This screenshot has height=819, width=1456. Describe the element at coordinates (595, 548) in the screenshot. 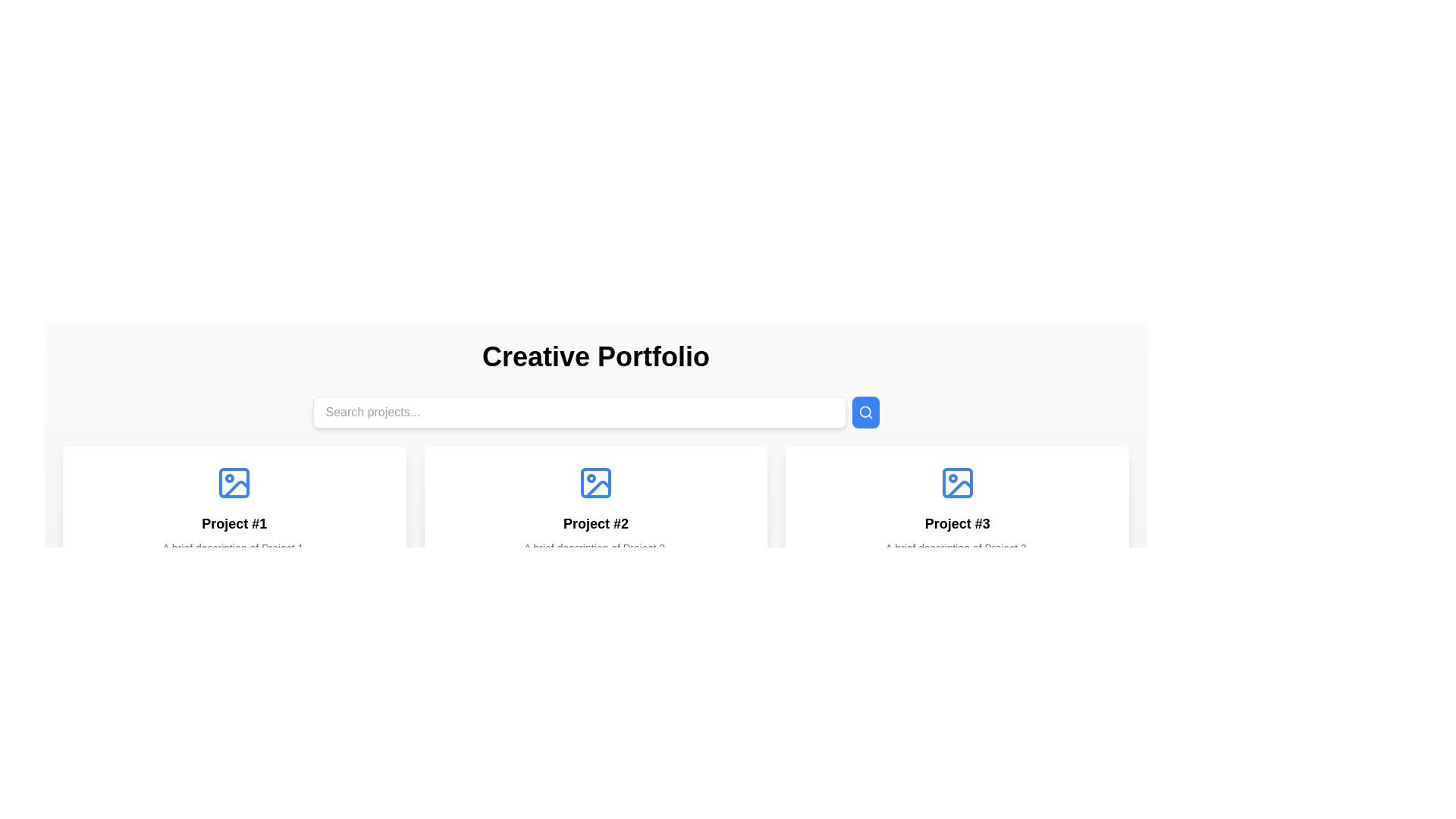

I see `the text label reading 'A brief description of Project 2.' located under the title 'Project #2' in the second project card of the Creative Portfolio section` at that location.